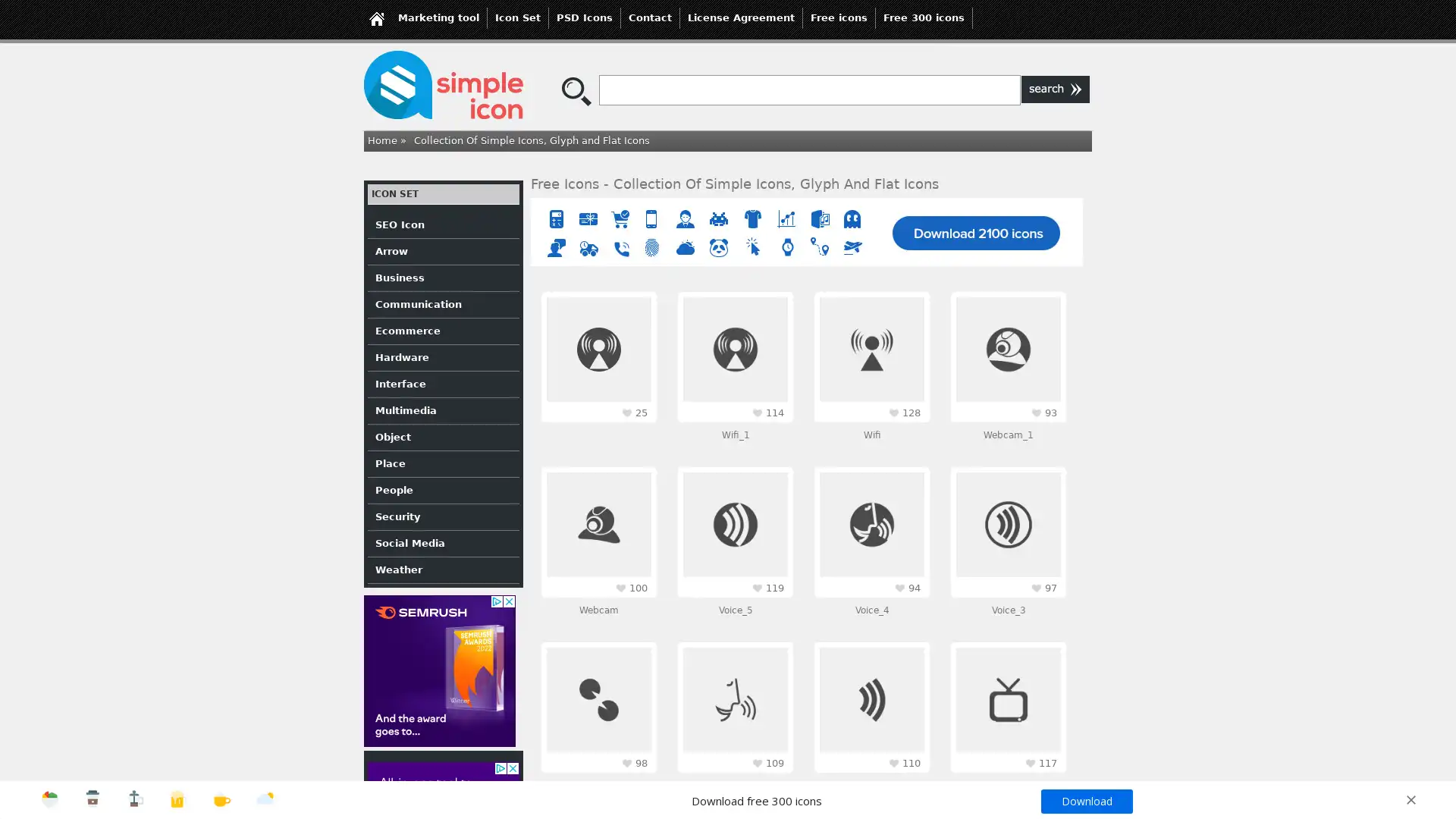 This screenshot has height=819, width=1456. What do you see at coordinates (1055, 89) in the screenshot?
I see `Search` at bounding box center [1055, 89].